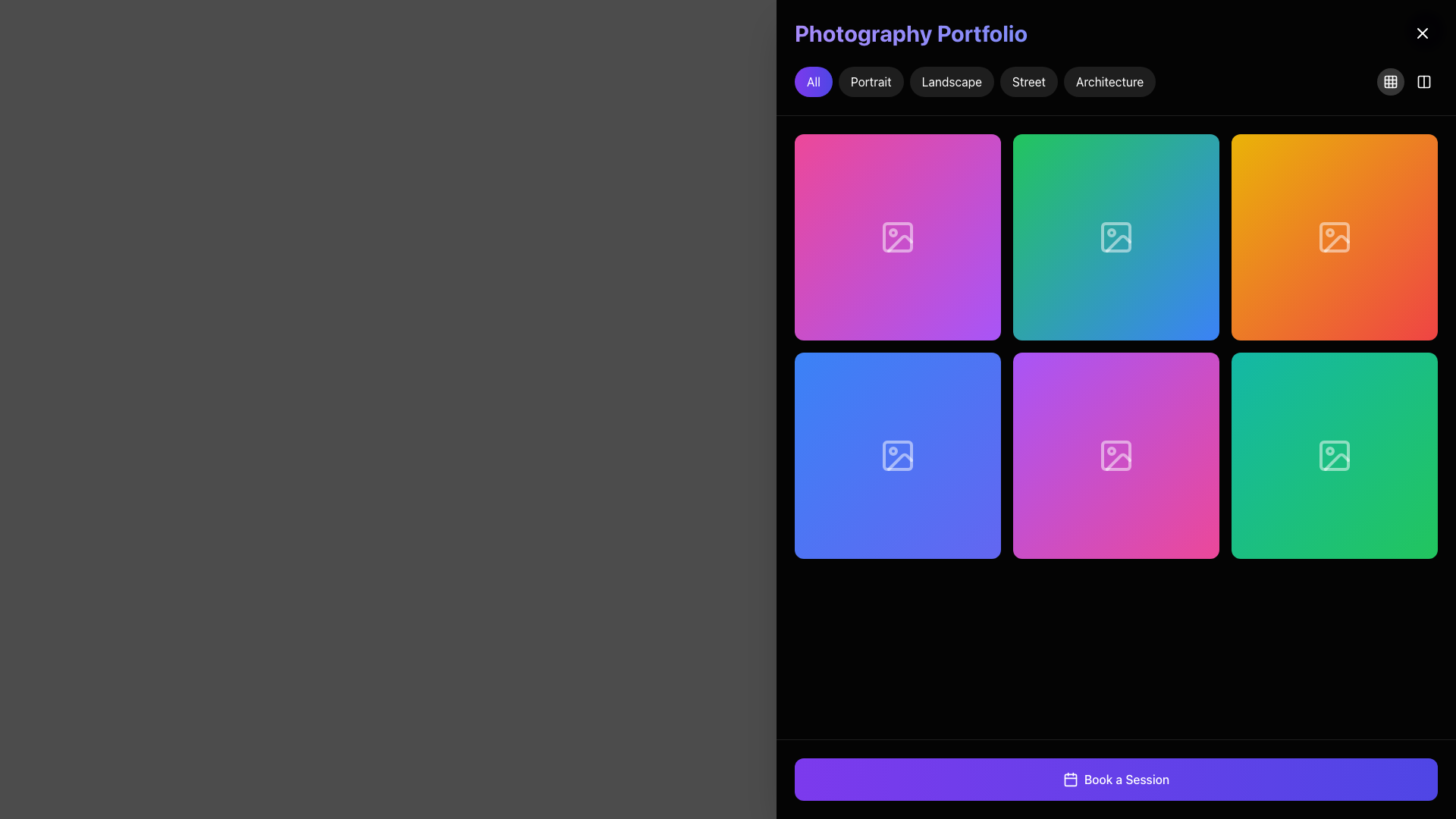 The image size is (1456, 819). What do you see at coordinates (1116, 82) in the screenshot?
I see `the 'Architecture' button in the Interactive button group located beneath the title 'Photography Portfolio' to filter content by the Architecture category` at bounding box center [1116, 82].